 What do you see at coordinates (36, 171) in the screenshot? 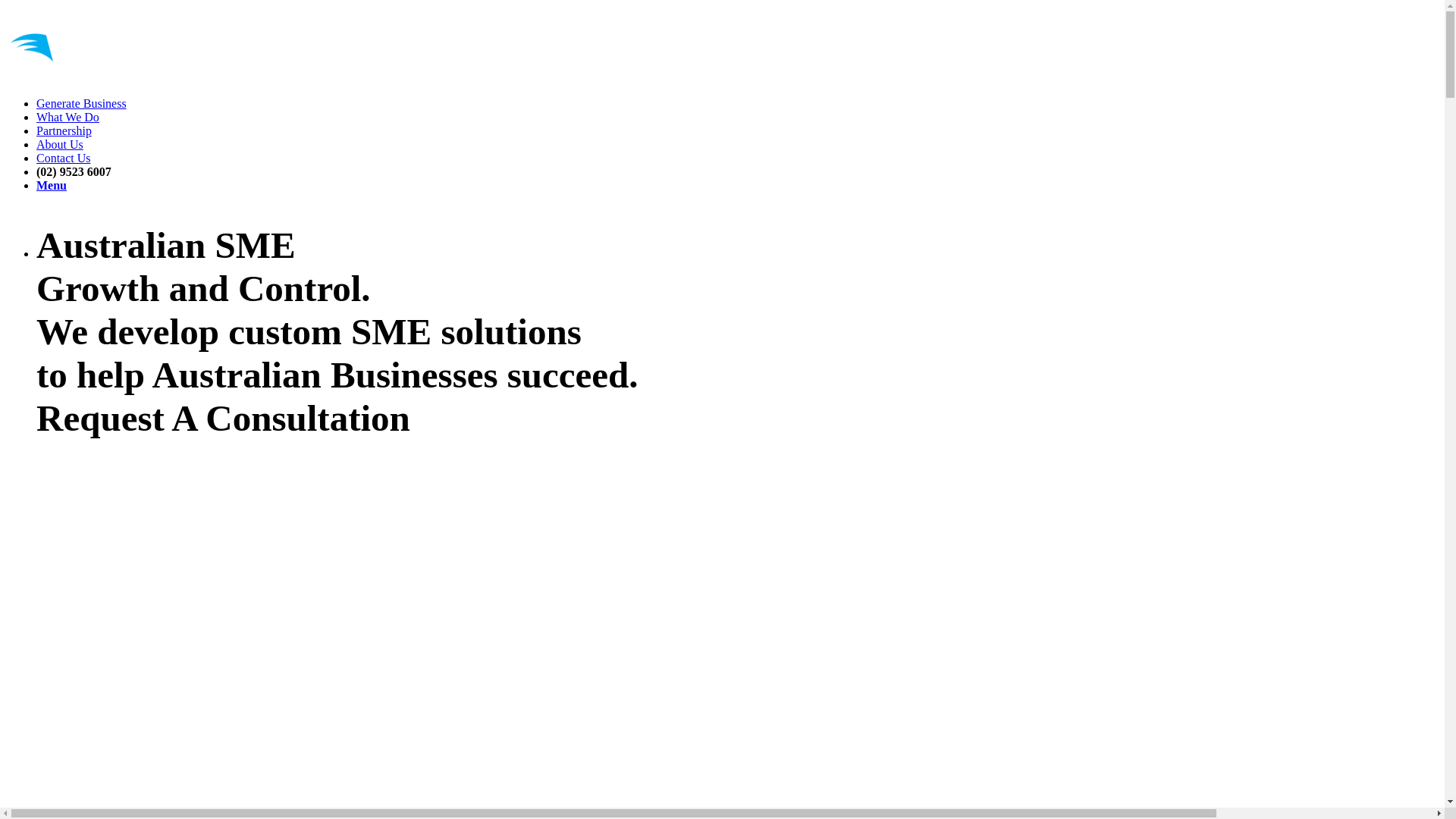
I see `'(02) 9523 6007'` at bounding box center [36, 171].